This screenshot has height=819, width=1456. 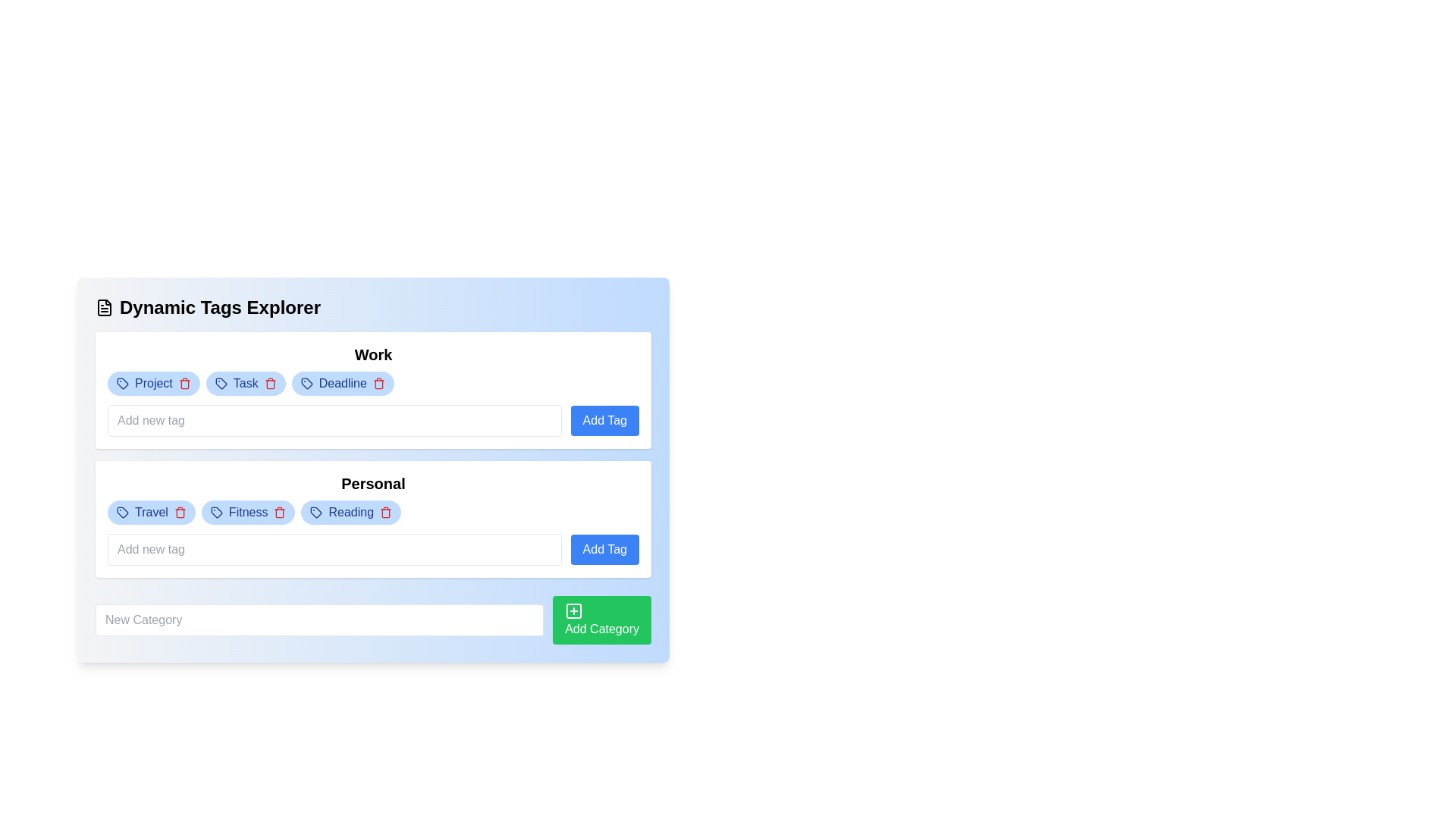 I want to click on the icon associated with the 'Reading' label located in the 'Personal' category, so click(x=315, y=512).